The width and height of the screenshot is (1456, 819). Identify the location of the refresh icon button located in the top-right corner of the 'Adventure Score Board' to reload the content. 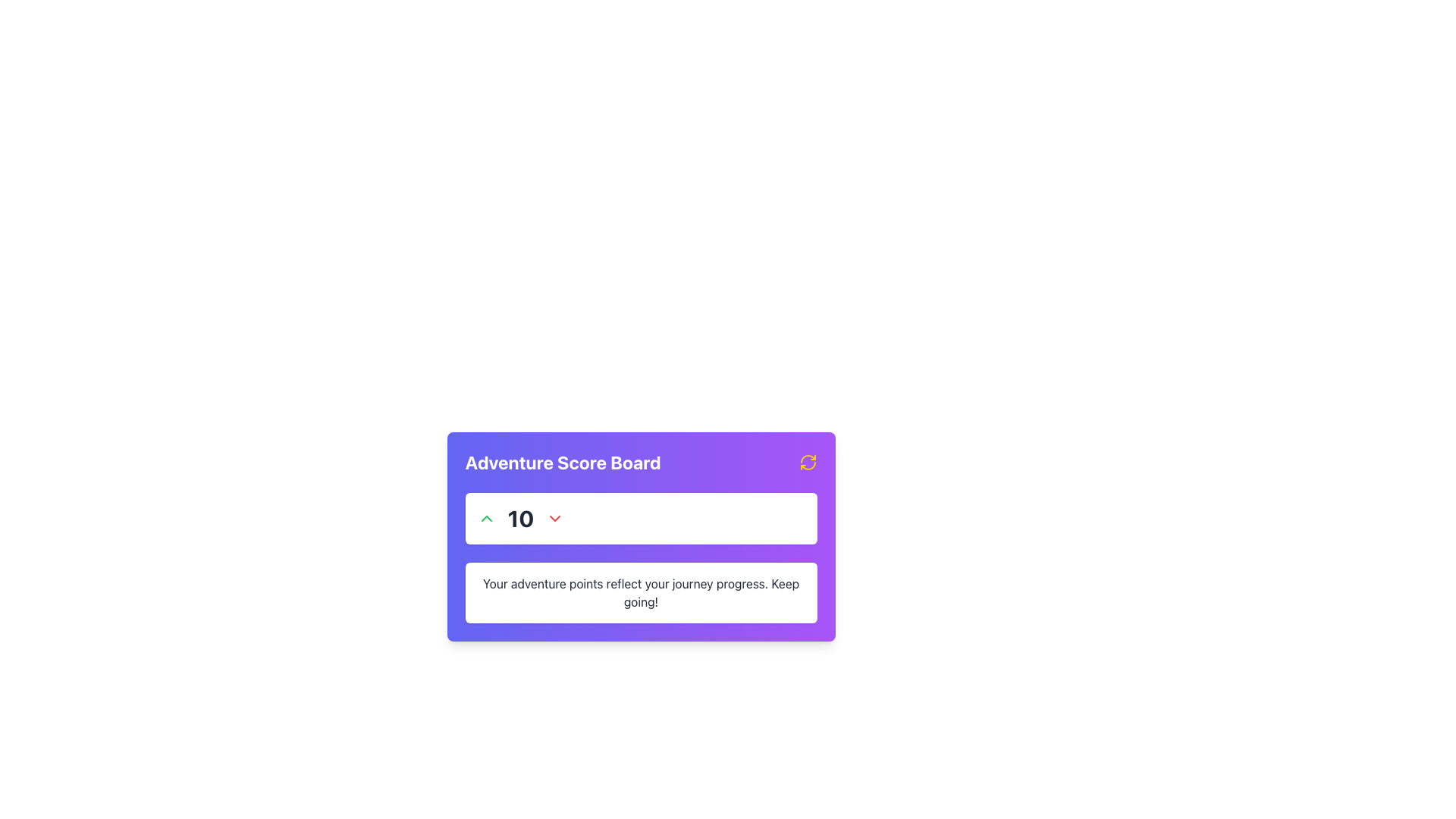
(807, 461).